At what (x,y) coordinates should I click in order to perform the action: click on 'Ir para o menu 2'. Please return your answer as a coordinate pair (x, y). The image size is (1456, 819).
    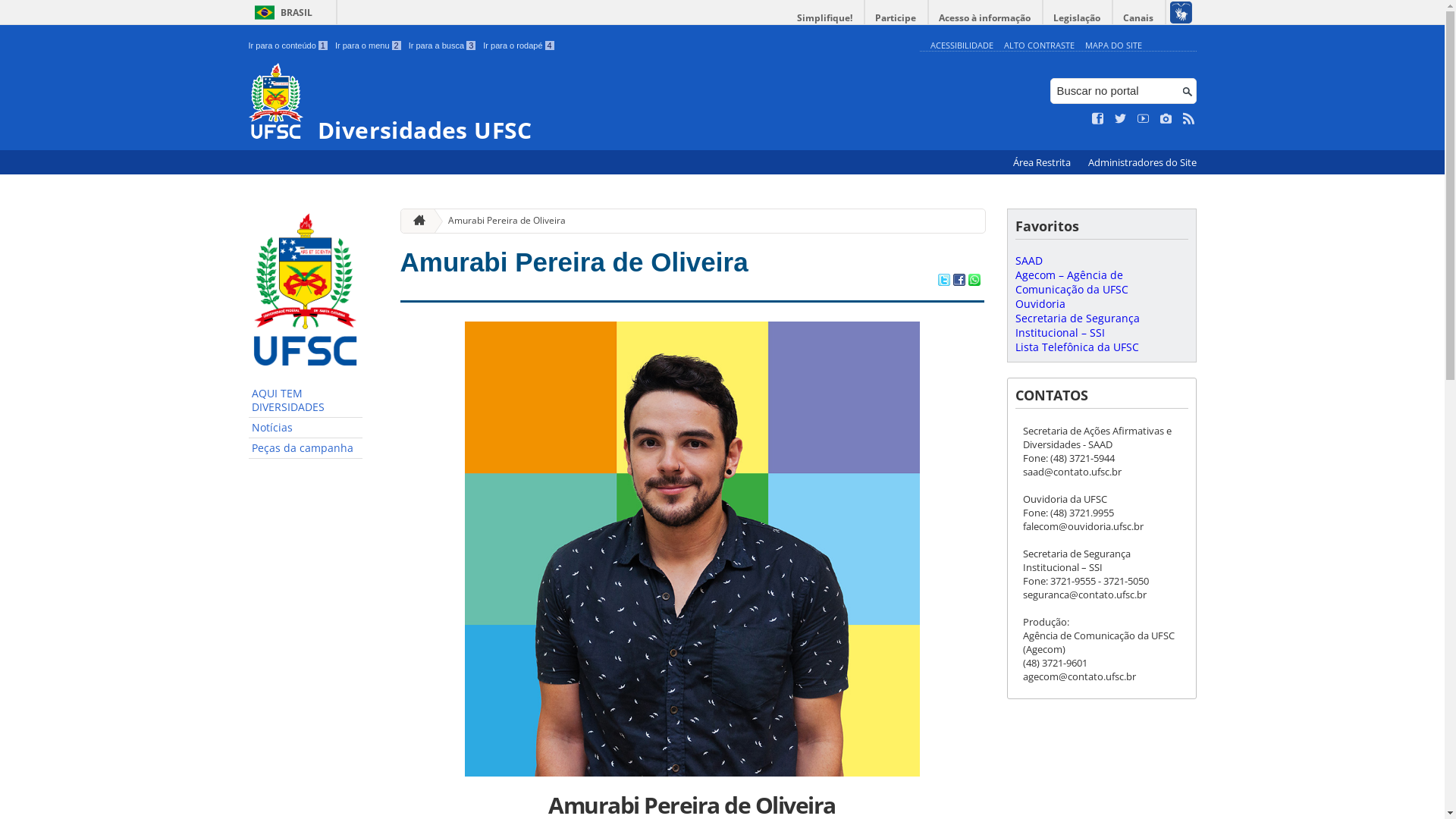
    Looking at the image, I should click on (368, 45).